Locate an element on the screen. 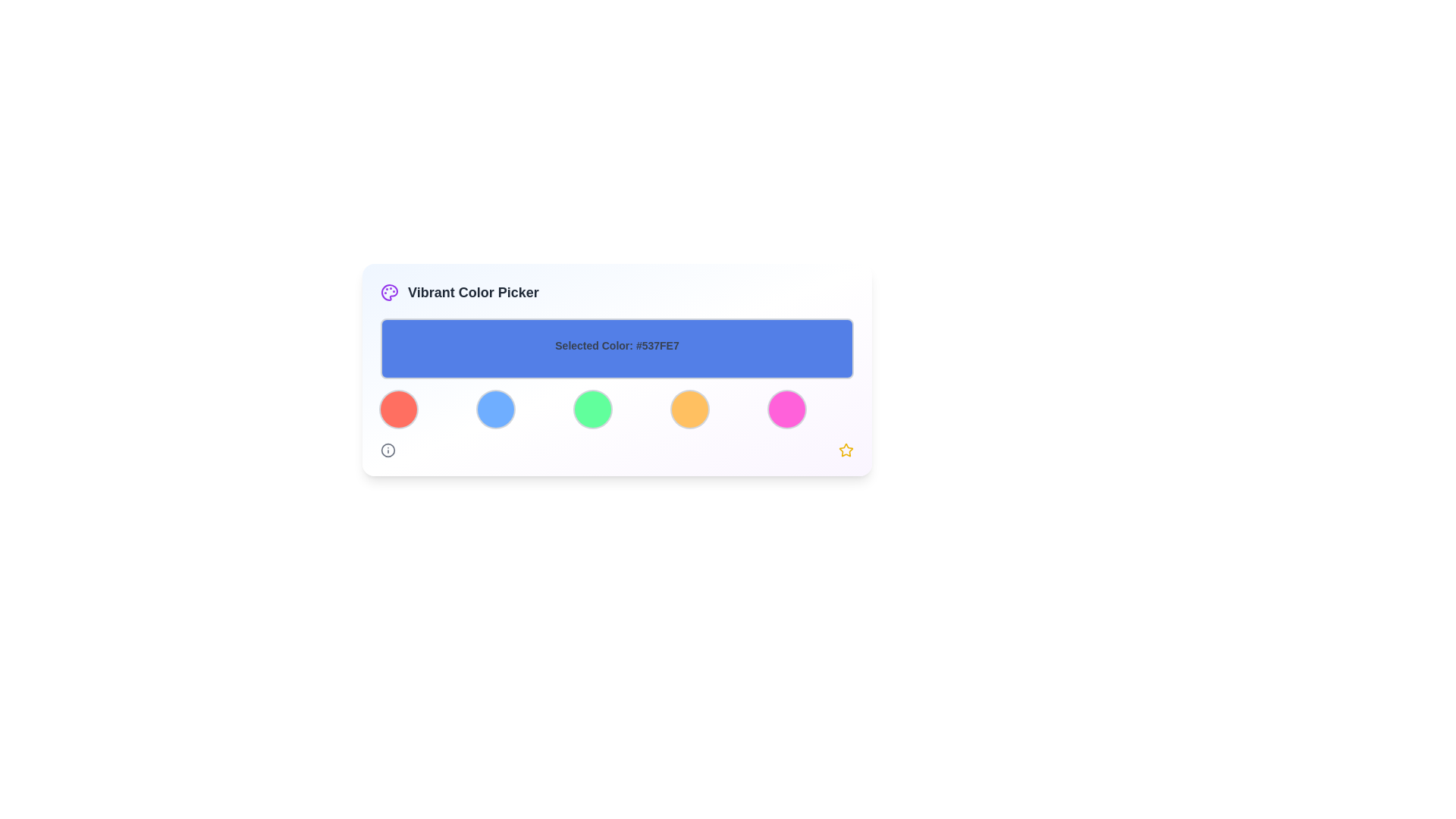 This screenshot has height=819, width=1456. the vibrant orange circular button located in the 'Vibrant Color Picker' grid is located at coordinates (689, 409).